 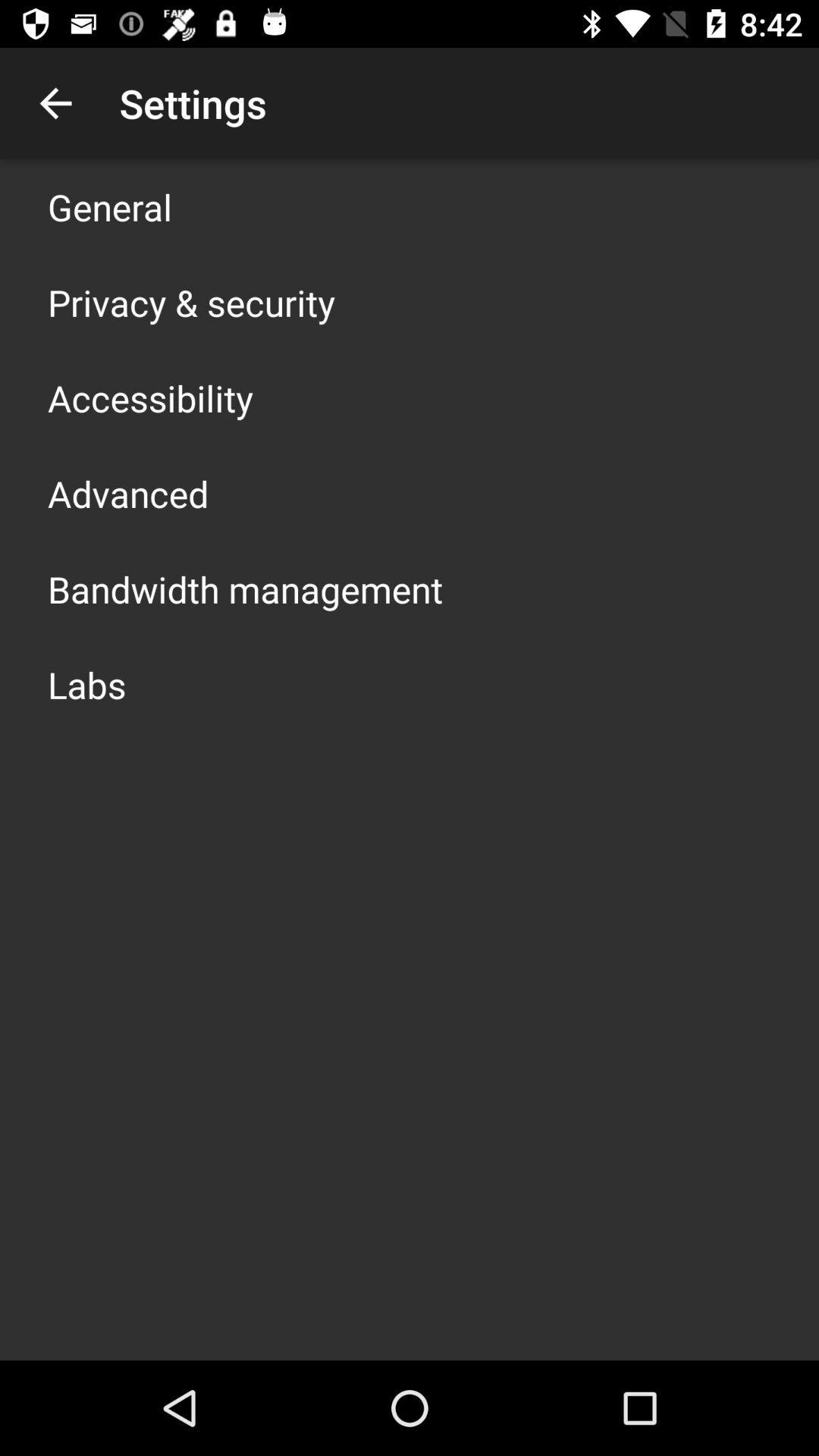 What do you see at coordinates (190, 302) in the screenshot?
I see `the privacy & security item` at bounding box center [190, 302].